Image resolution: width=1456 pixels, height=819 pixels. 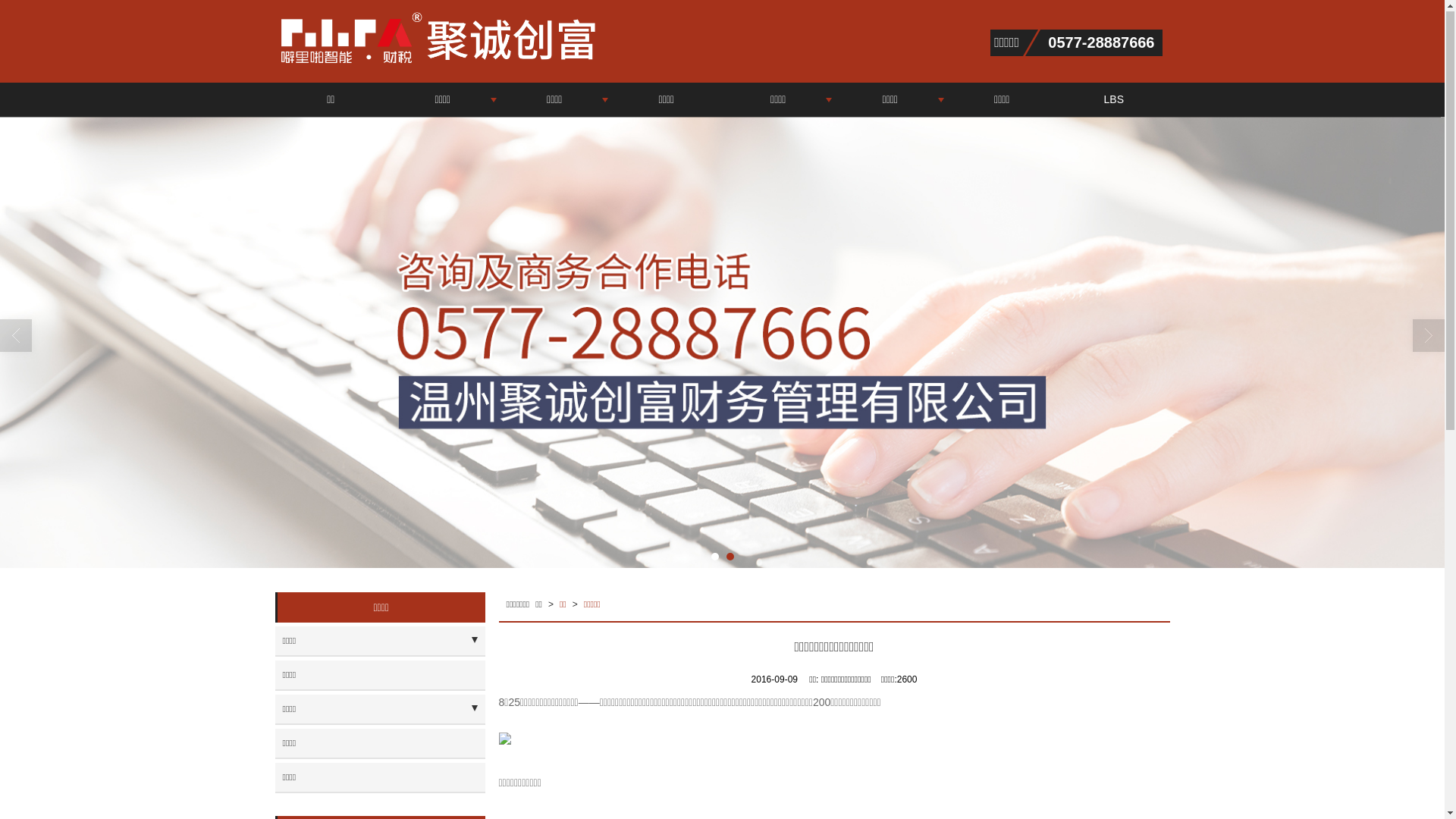 What do you see at coordinates (1113, 99) in the screenshot?
I see `'LBS'` at bounding box center [1113, 99].